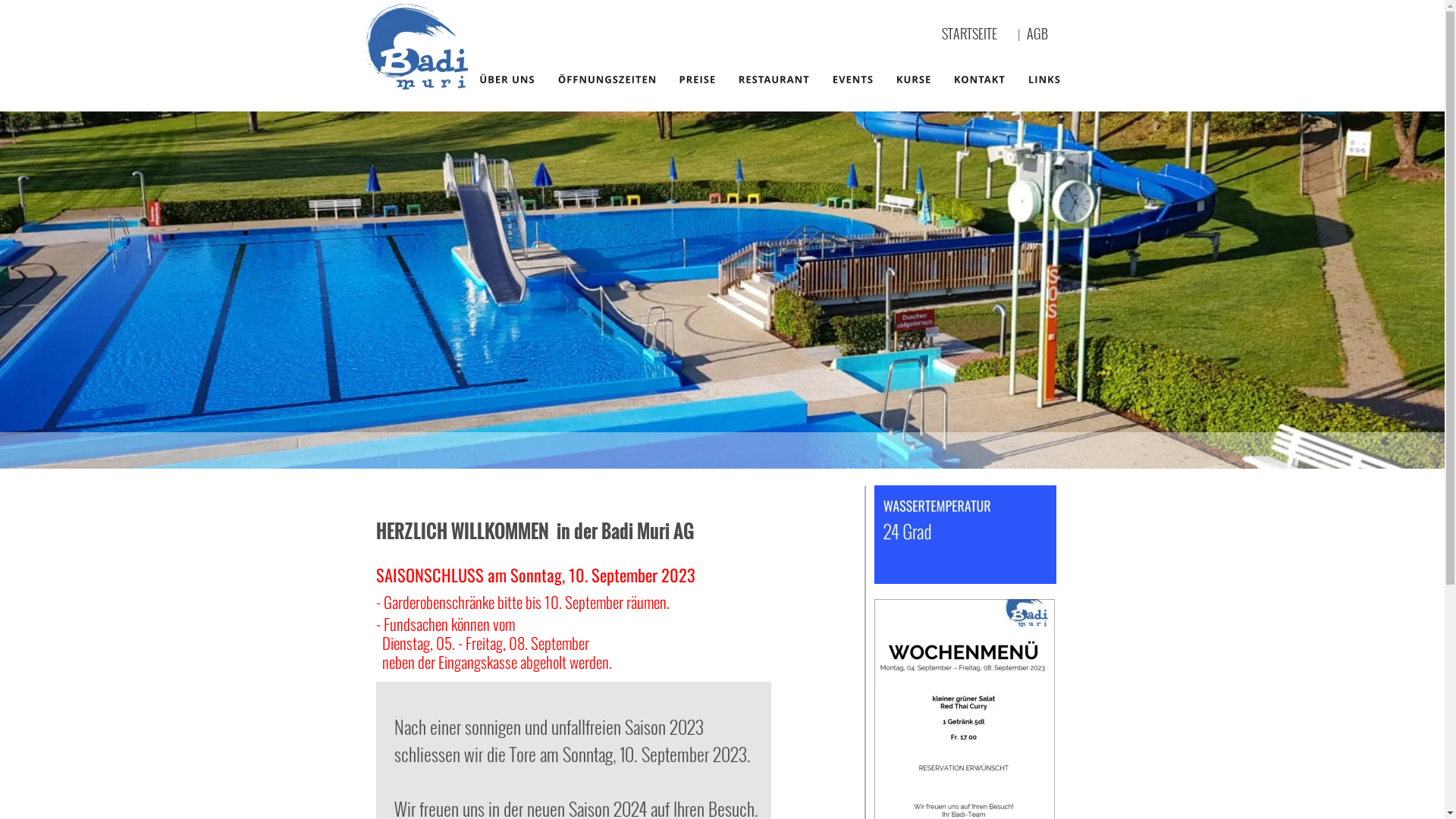  What do you see at coordinates (1026, 33) in the screenshot?
I see `'AGB   '` at bounding box center [1026, 33].